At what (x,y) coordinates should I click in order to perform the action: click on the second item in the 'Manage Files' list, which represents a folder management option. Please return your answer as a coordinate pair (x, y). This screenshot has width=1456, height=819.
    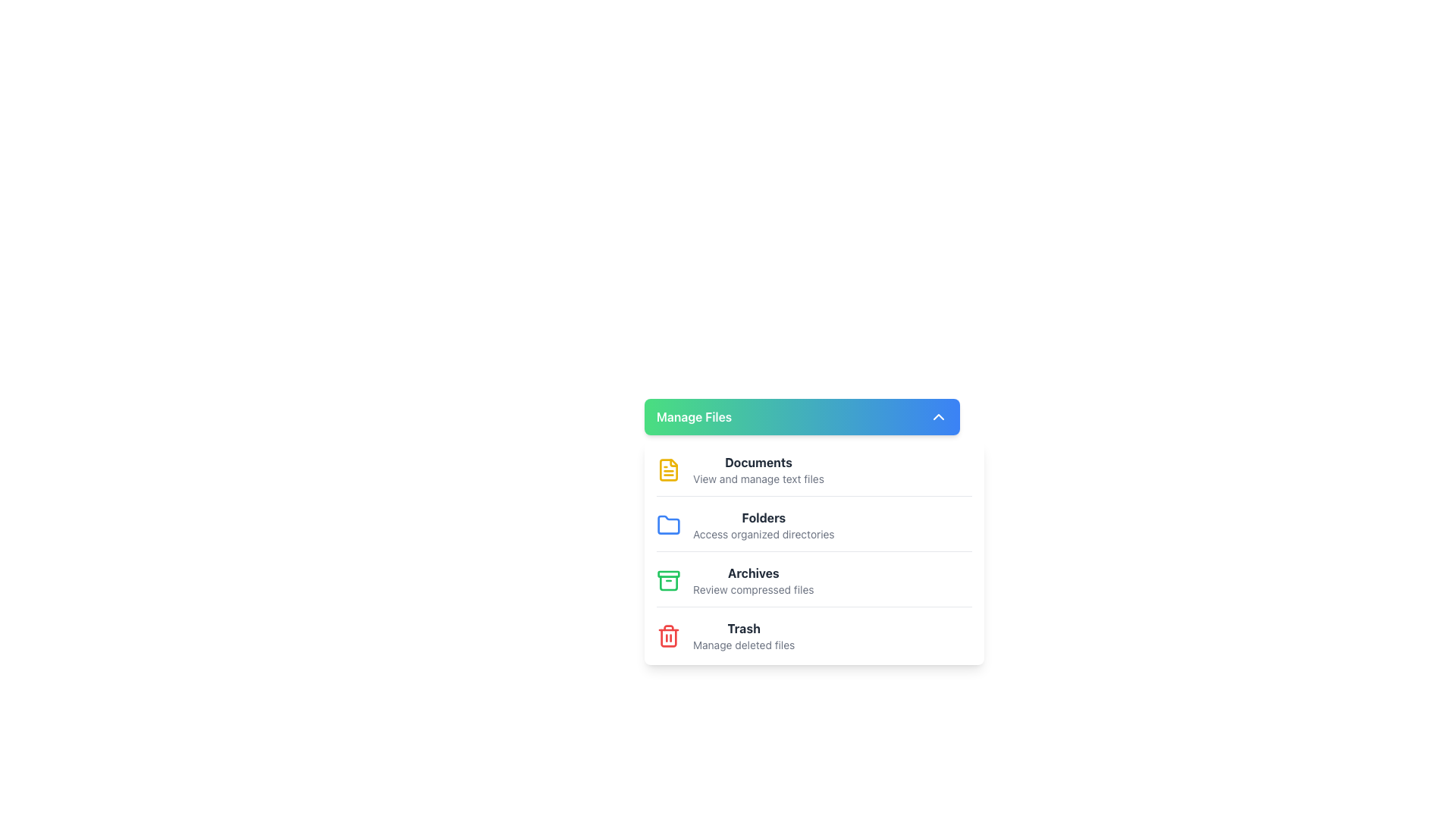
    Looking at the image, I should click on (814, 529).